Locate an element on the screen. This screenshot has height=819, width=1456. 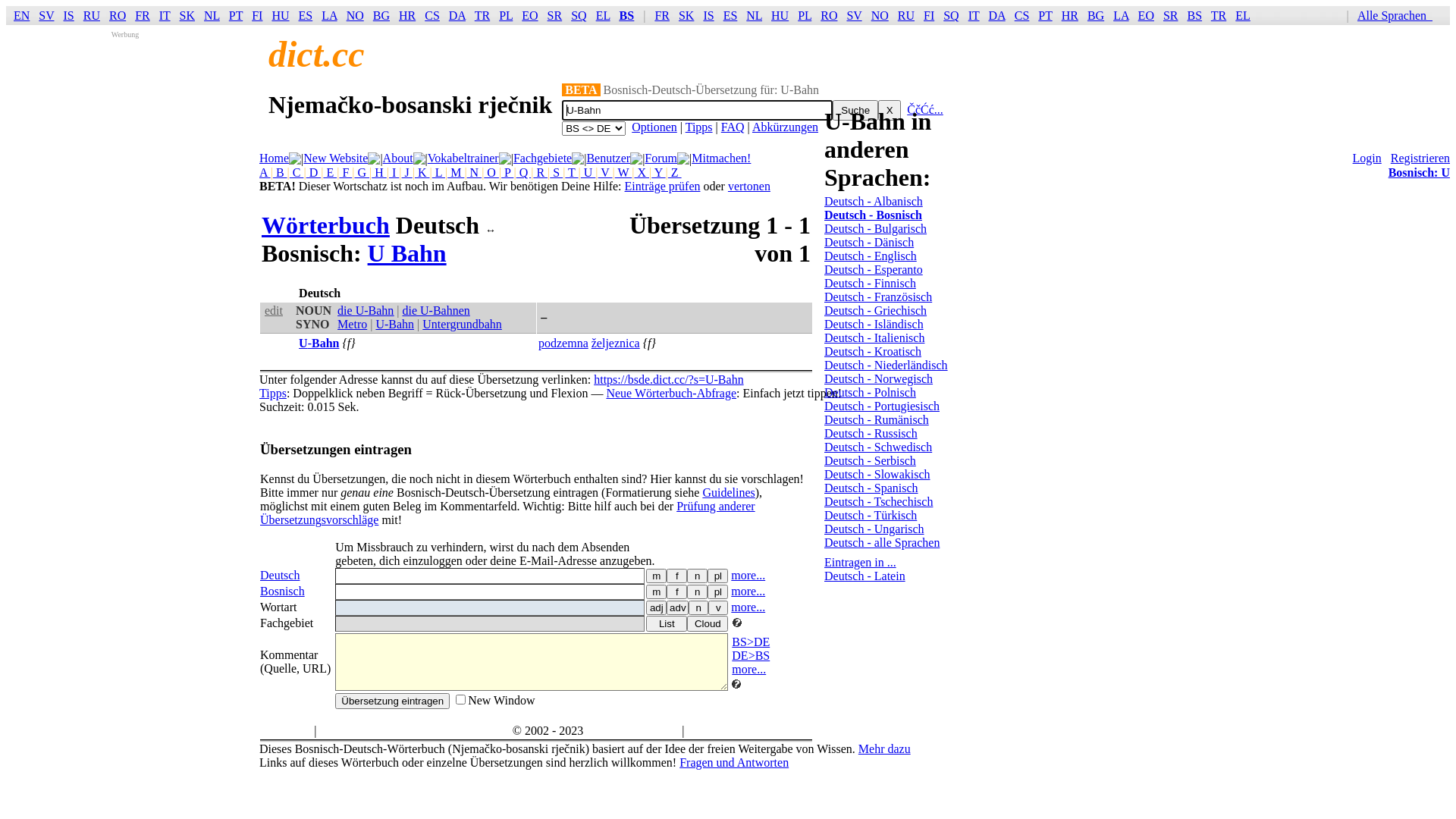
'U' is located at coordinates (588, 171).